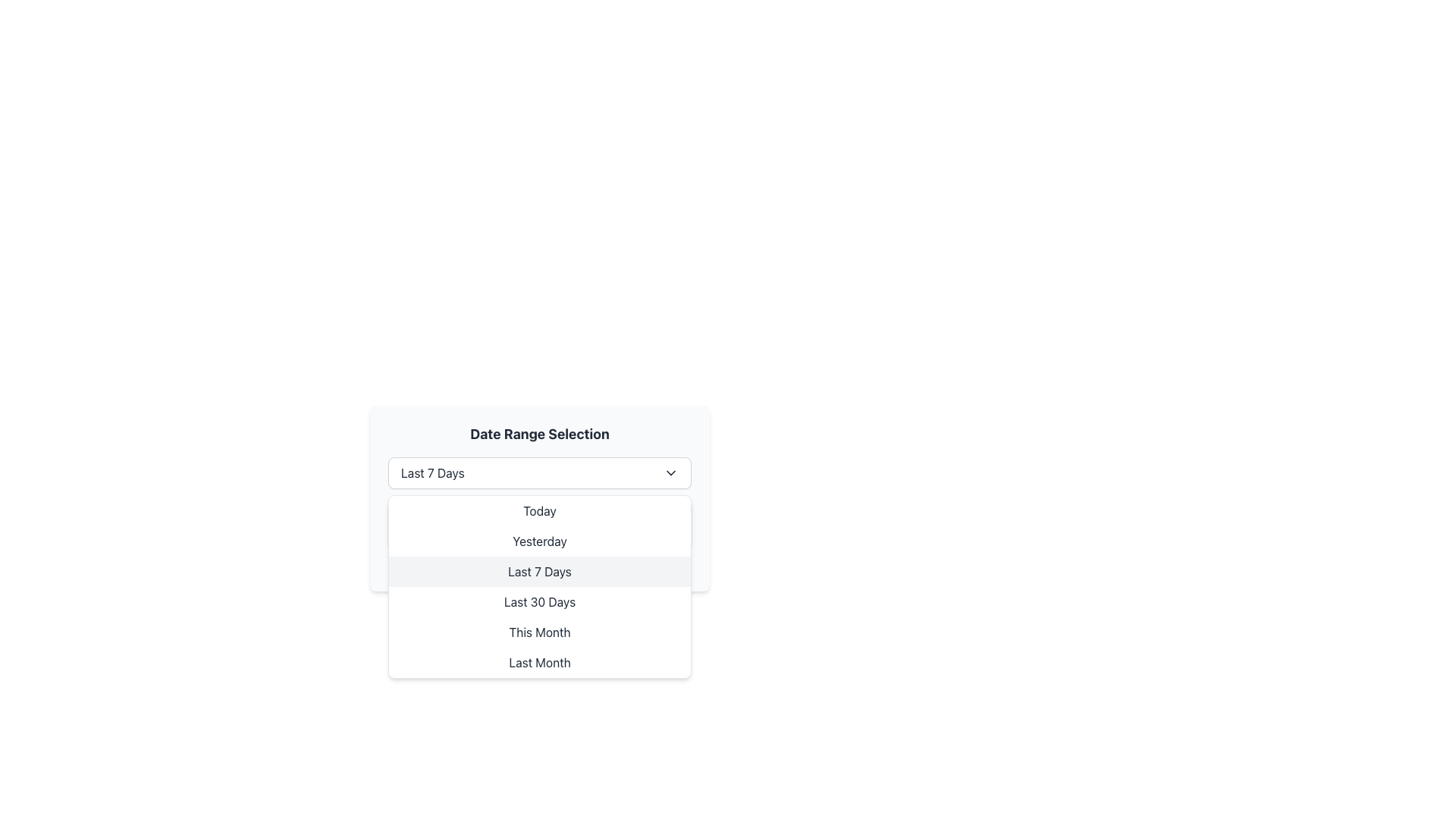 This screenshot has height=819, width=1456. Describe the element at coordinates (539, 472) in the screenshot. I see `the dropdown menu located at the center of the 'Date Range Selection' module` at that location.